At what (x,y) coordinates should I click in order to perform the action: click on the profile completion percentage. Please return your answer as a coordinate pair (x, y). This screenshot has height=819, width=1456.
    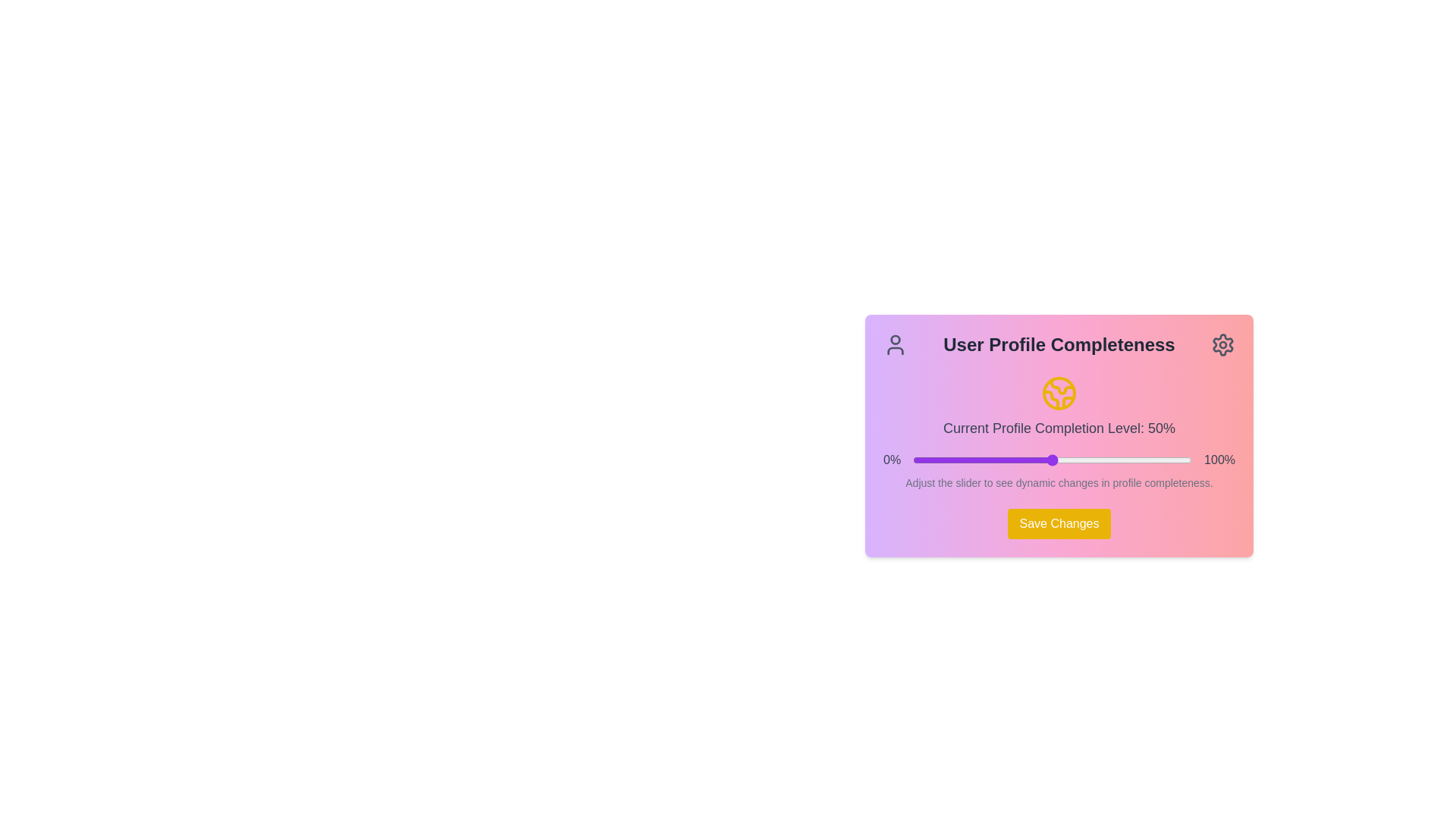
    Looking at the image, I should click on (1037, 459).